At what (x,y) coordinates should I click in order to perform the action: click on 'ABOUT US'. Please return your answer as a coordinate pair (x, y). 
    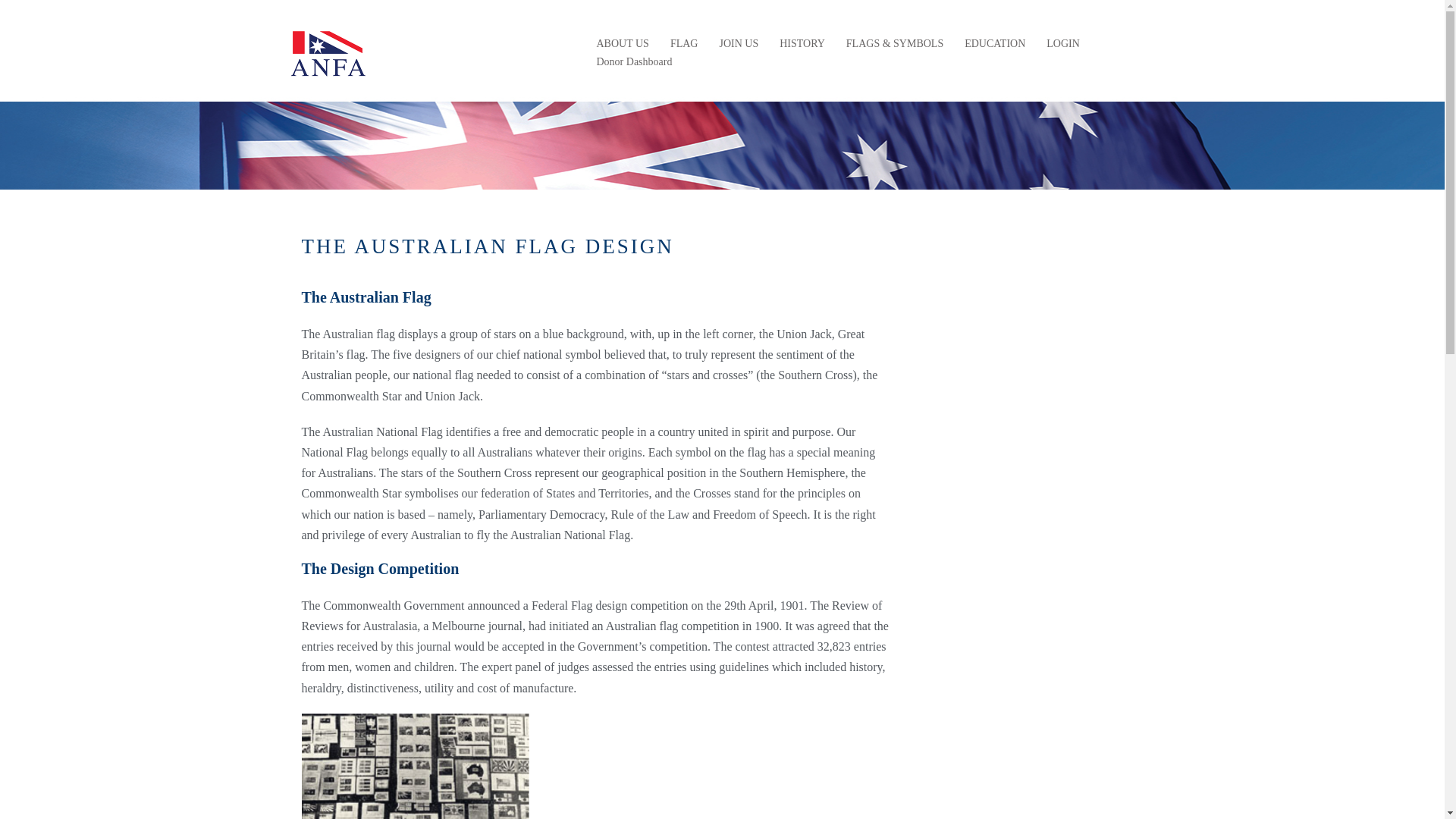
    Looking at the image, I should click on (622, 42).